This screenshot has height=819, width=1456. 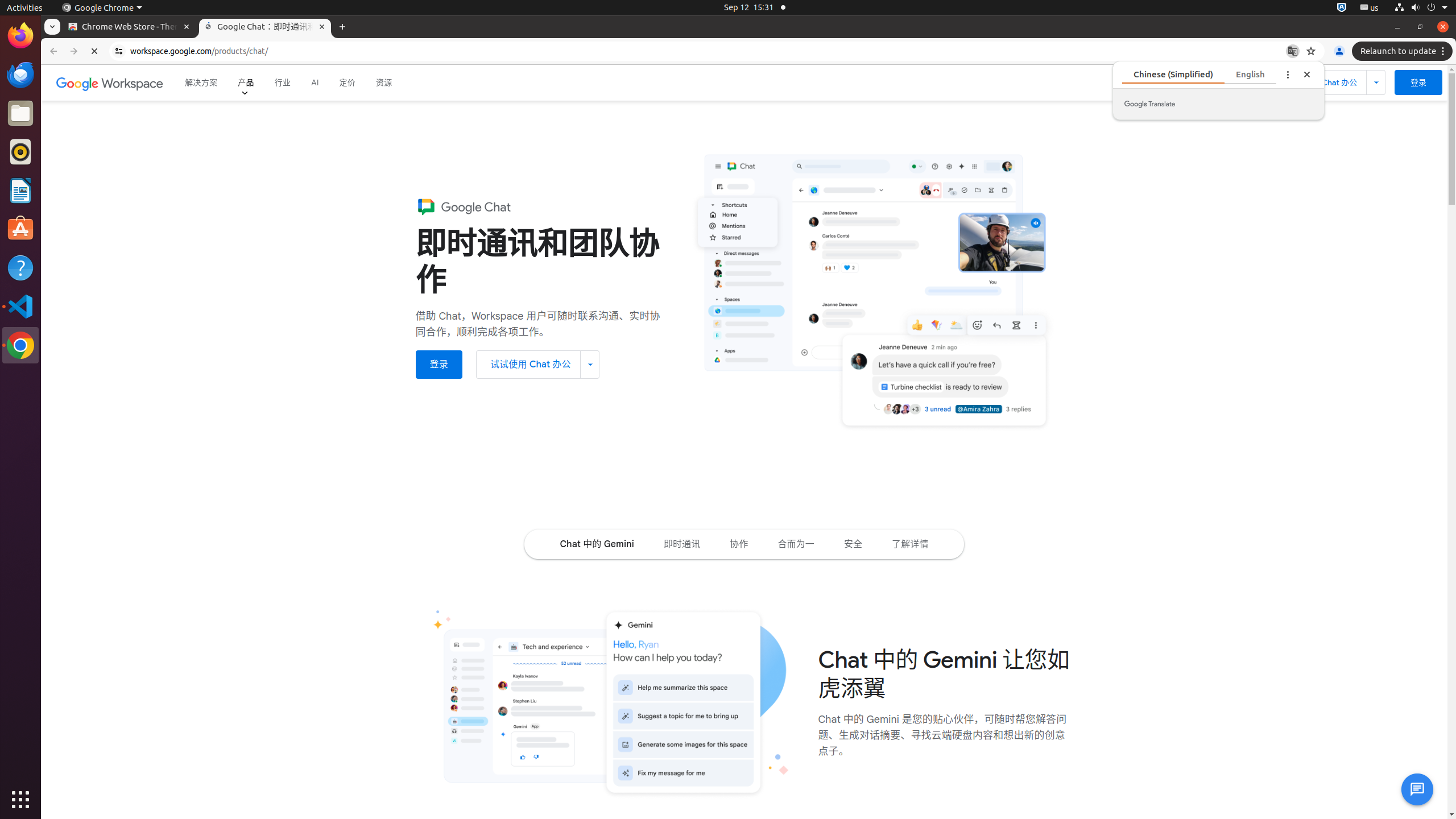 What do you see at coordinates (20, 35) in the screenshot?
I see `'Firefox Web Browser'` at bounding box center [20, 35].